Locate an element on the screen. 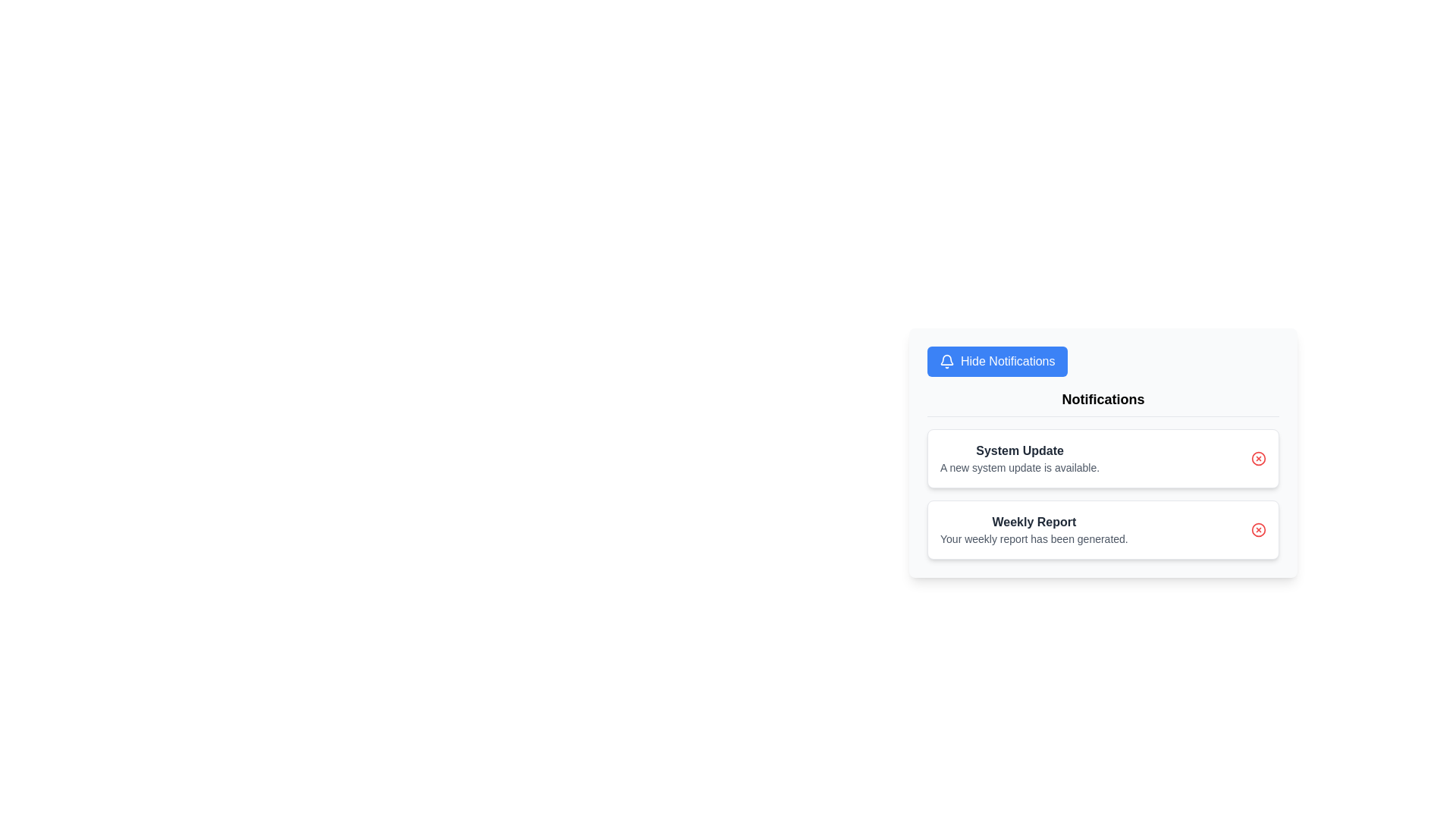 The width and height of the screenshot is (1456, 819). the static text element displaying 'System Update' with the description 'A new system update is available.' located in the notifications section is located at coordinates (1020, 458).